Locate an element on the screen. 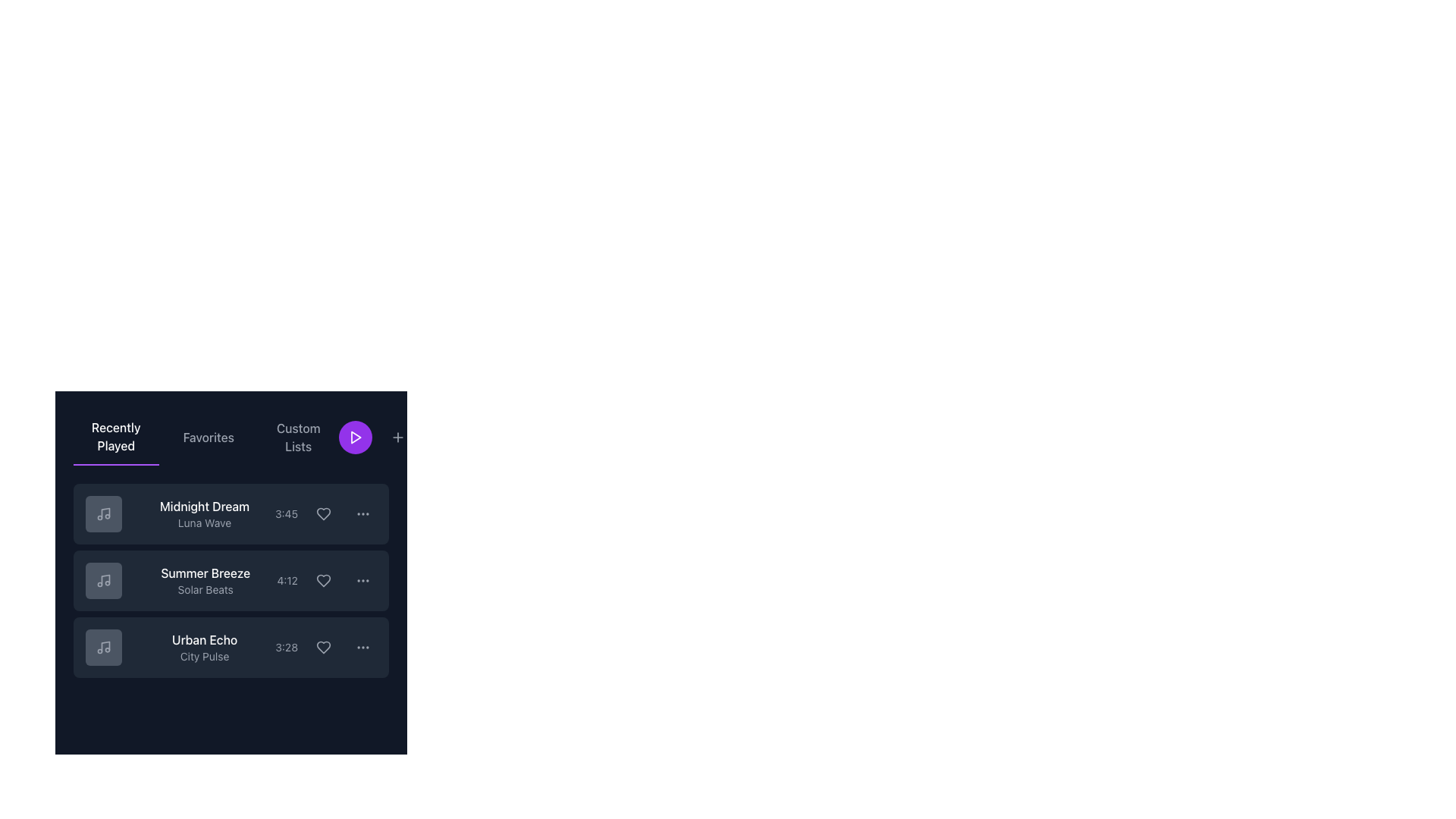 The height and width of the screenshot is (819, 1456). the third and last Content card in the 'Recently Played' section that displays media information including song name, subtitle, and duration is located at coordinates (231, 647).